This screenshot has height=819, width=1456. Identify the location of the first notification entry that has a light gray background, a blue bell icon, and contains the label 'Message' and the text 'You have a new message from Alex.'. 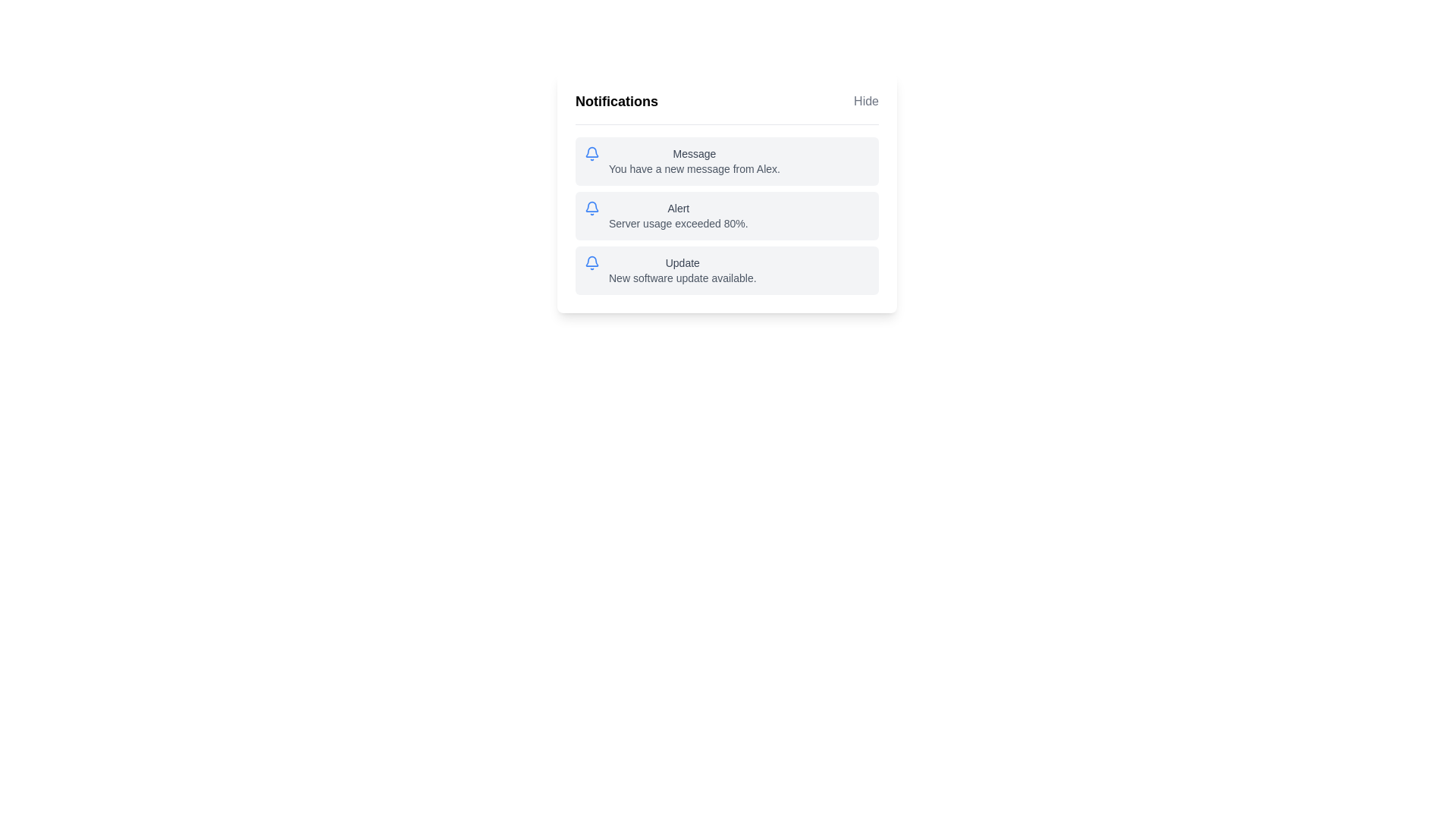
(726, 161).